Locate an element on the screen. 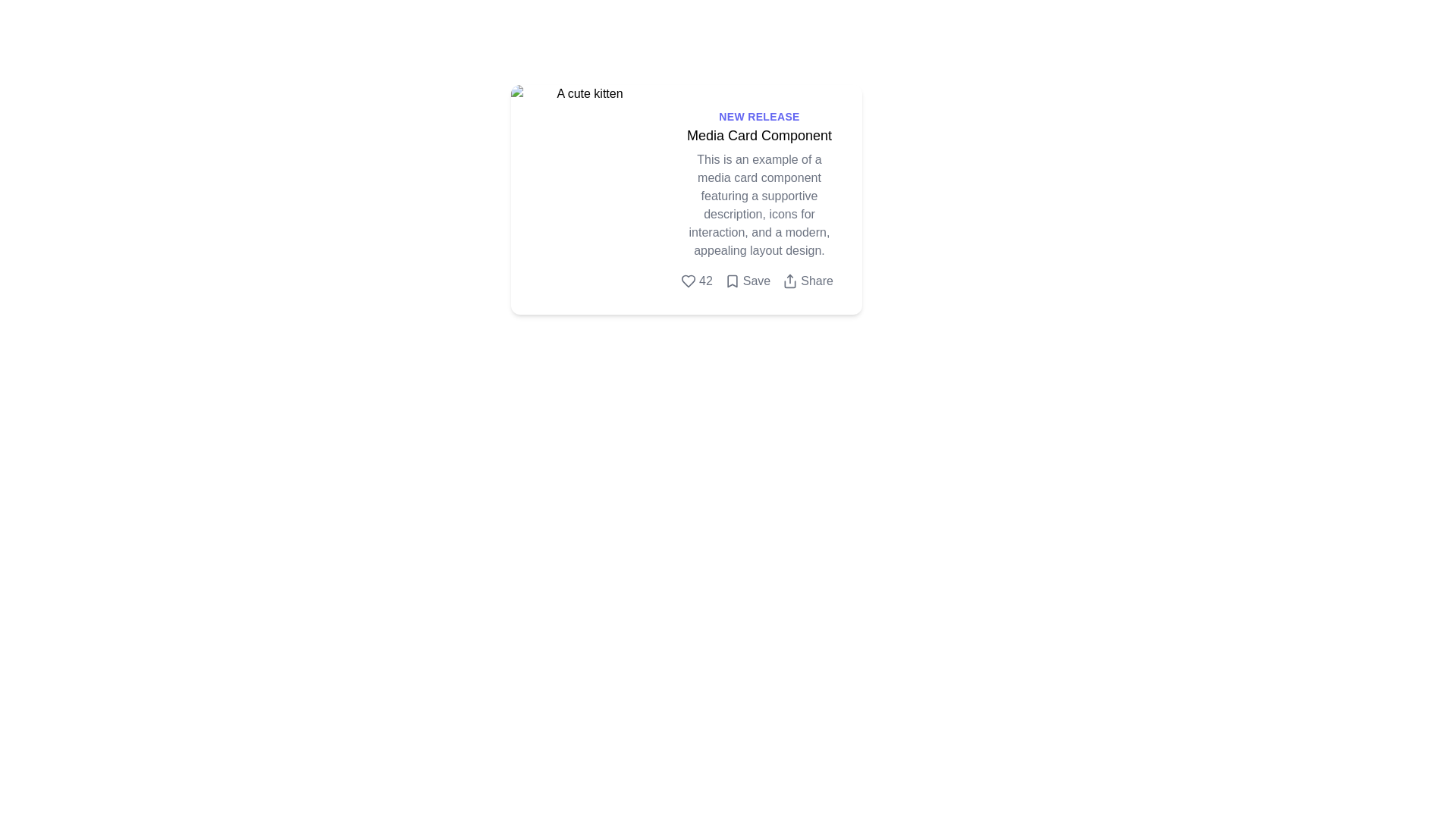 This screenshot has height=819, width=1456. the Save button, which is the second clickable component in the line of interaction options at the bottom of the media card, to bookmark the associated content is located at coordinates (759, 281).